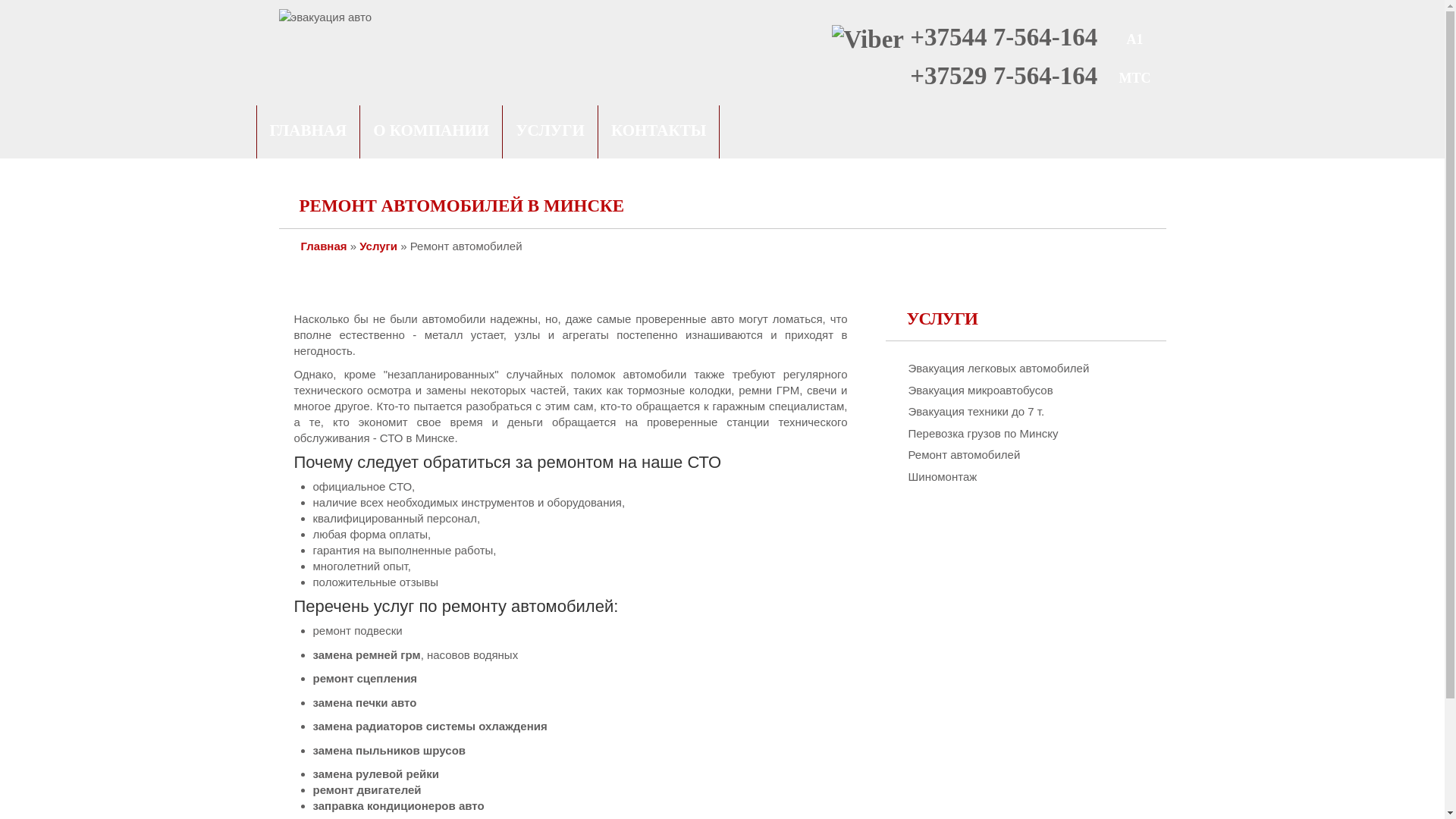 This screenshot has height=819, width=1456. What do you see at coordinates (1003, 76) in the screenshot?
I see `'+37529 7-564-164'` at bounding box center [1003, 76].